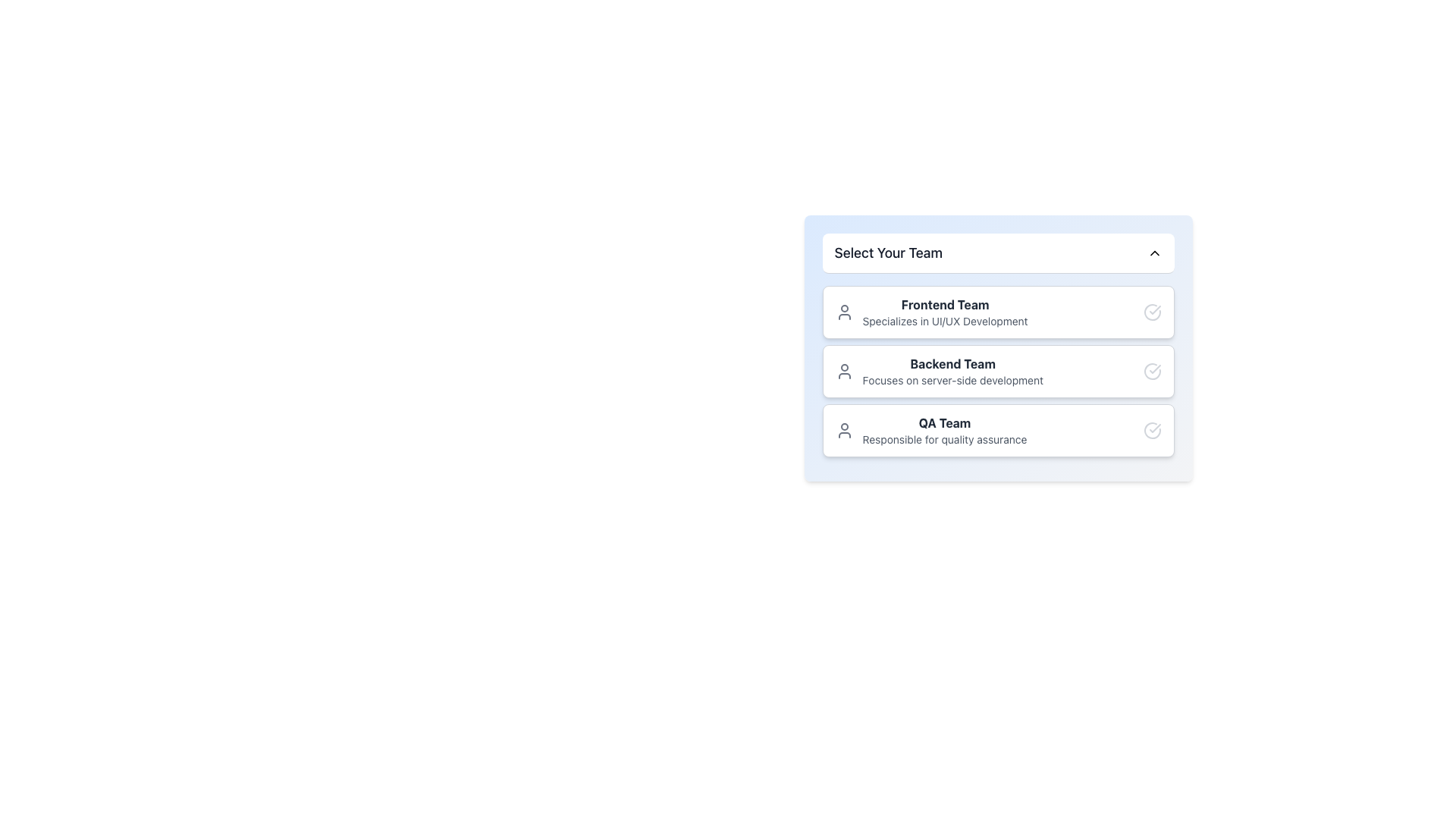 Image resolution: width=1456 pixels, height=819 pixels. Describe the element at coordinates (944, 430) in the screenshot. I see `the Text Block displaying the name and description of the QA Team, which is the third entry in the vertical list of team descriptions` at that location.